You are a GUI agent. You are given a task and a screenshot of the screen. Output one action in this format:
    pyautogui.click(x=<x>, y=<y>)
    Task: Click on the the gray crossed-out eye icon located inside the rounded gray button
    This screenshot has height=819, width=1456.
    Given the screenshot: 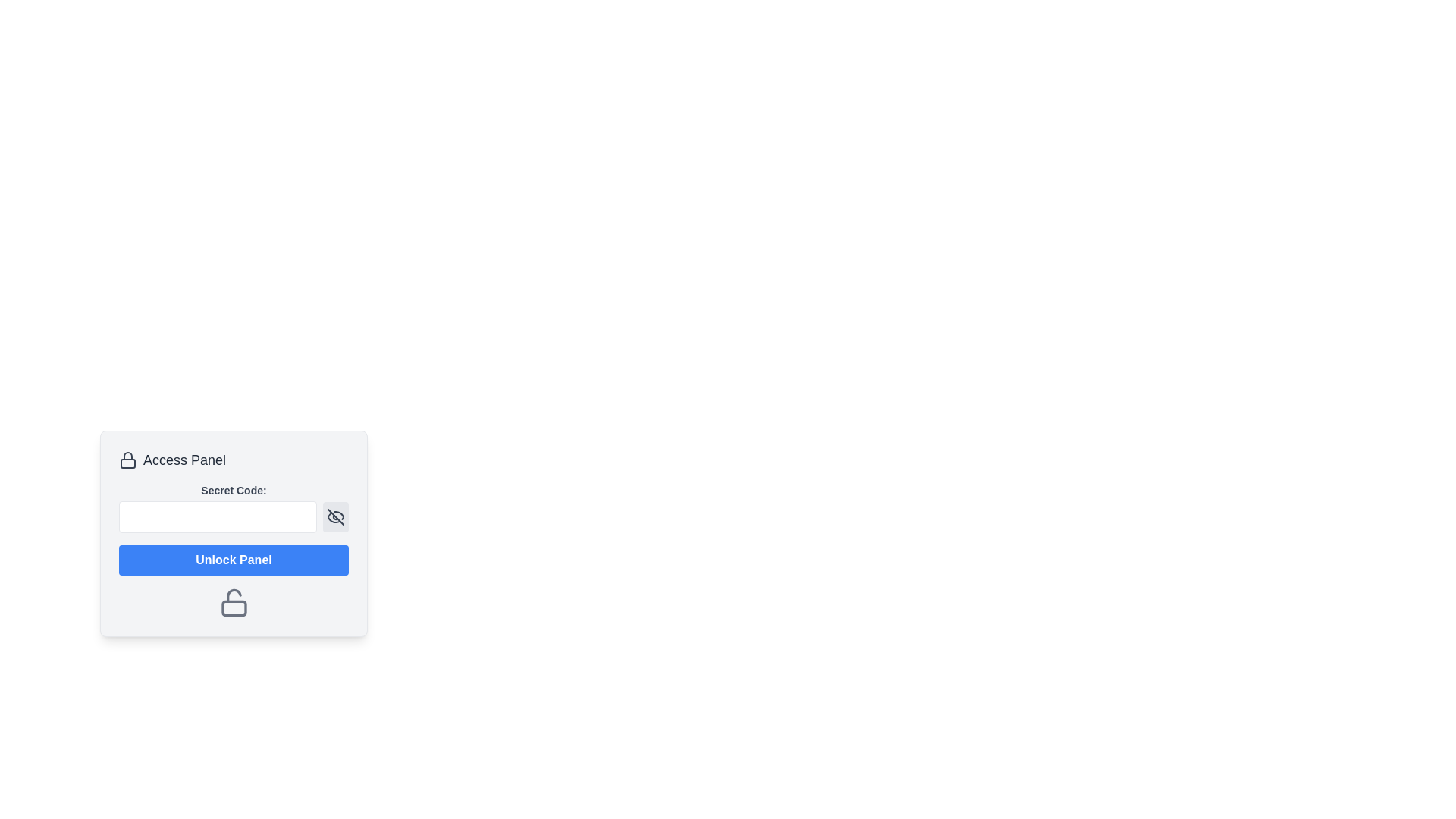 What is the action you would take?
    pyautogui.click(x=334, y=516)
    